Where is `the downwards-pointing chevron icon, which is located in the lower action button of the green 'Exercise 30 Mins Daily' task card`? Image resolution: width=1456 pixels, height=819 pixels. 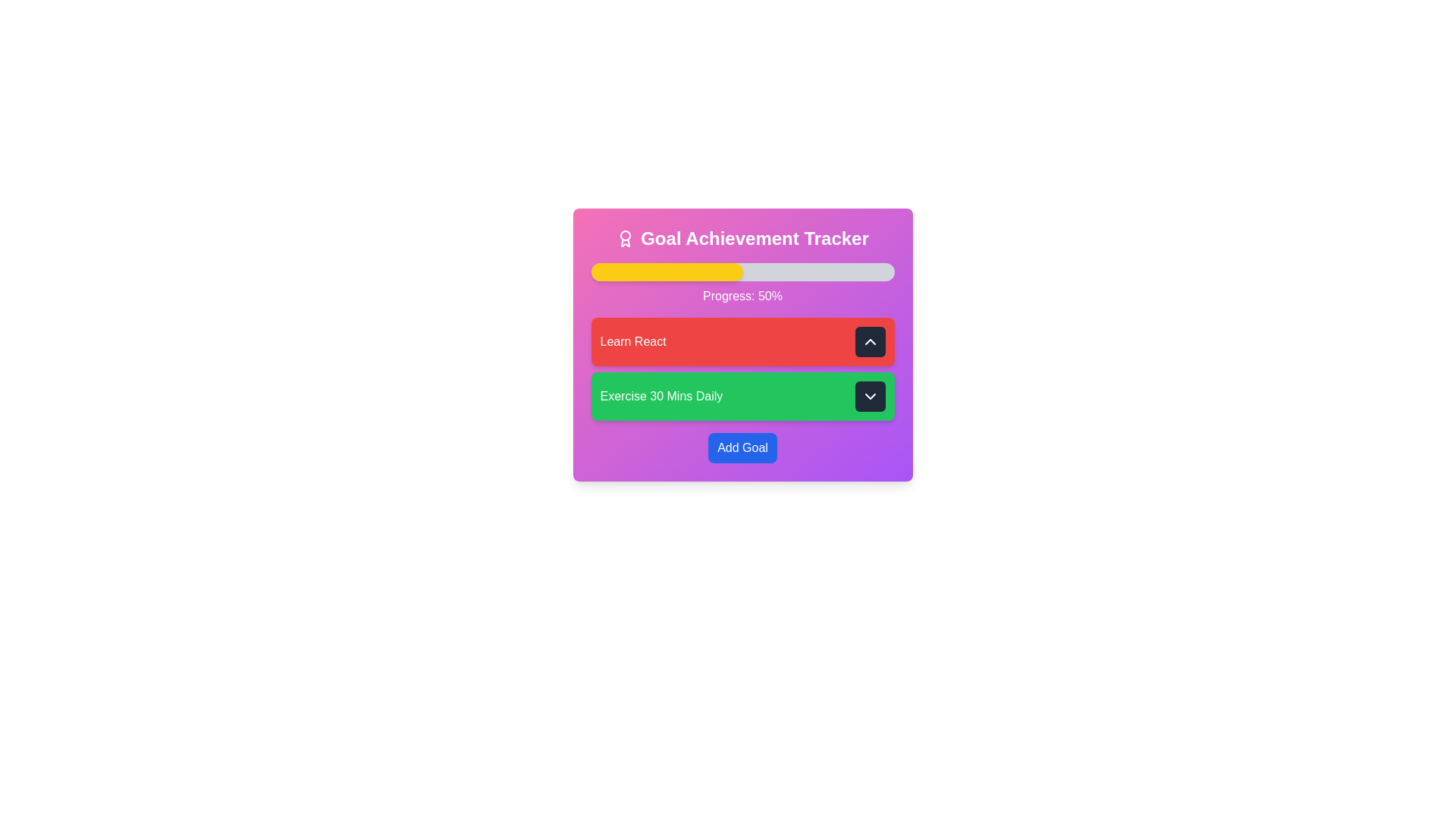
the downwards-pointing chevron icon, which is located in the lower action button of the green 'Exercise 30 Mins Daily' task card is located at coordinates (870, 396).